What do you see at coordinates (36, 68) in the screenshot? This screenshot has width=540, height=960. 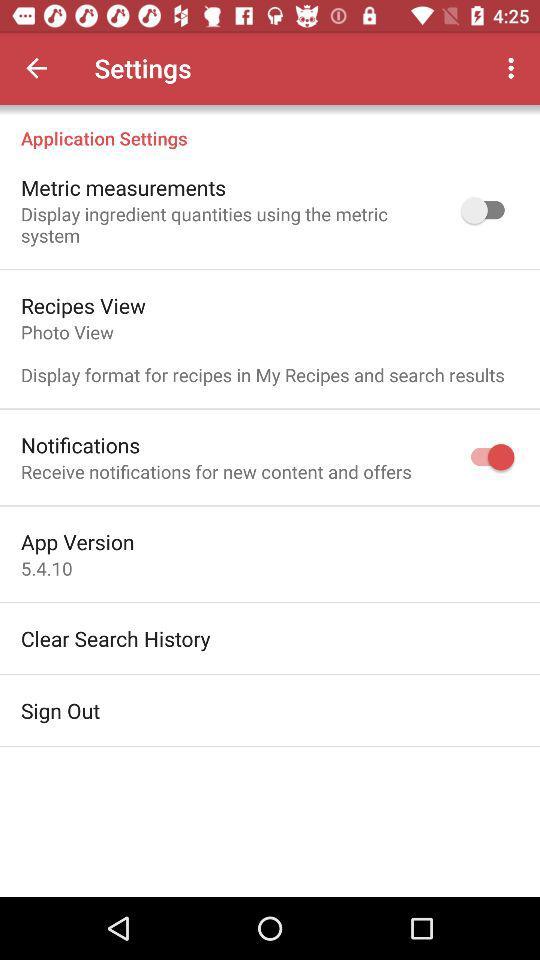 I see `icon next to settings icon` at bounding box center [36, 68].